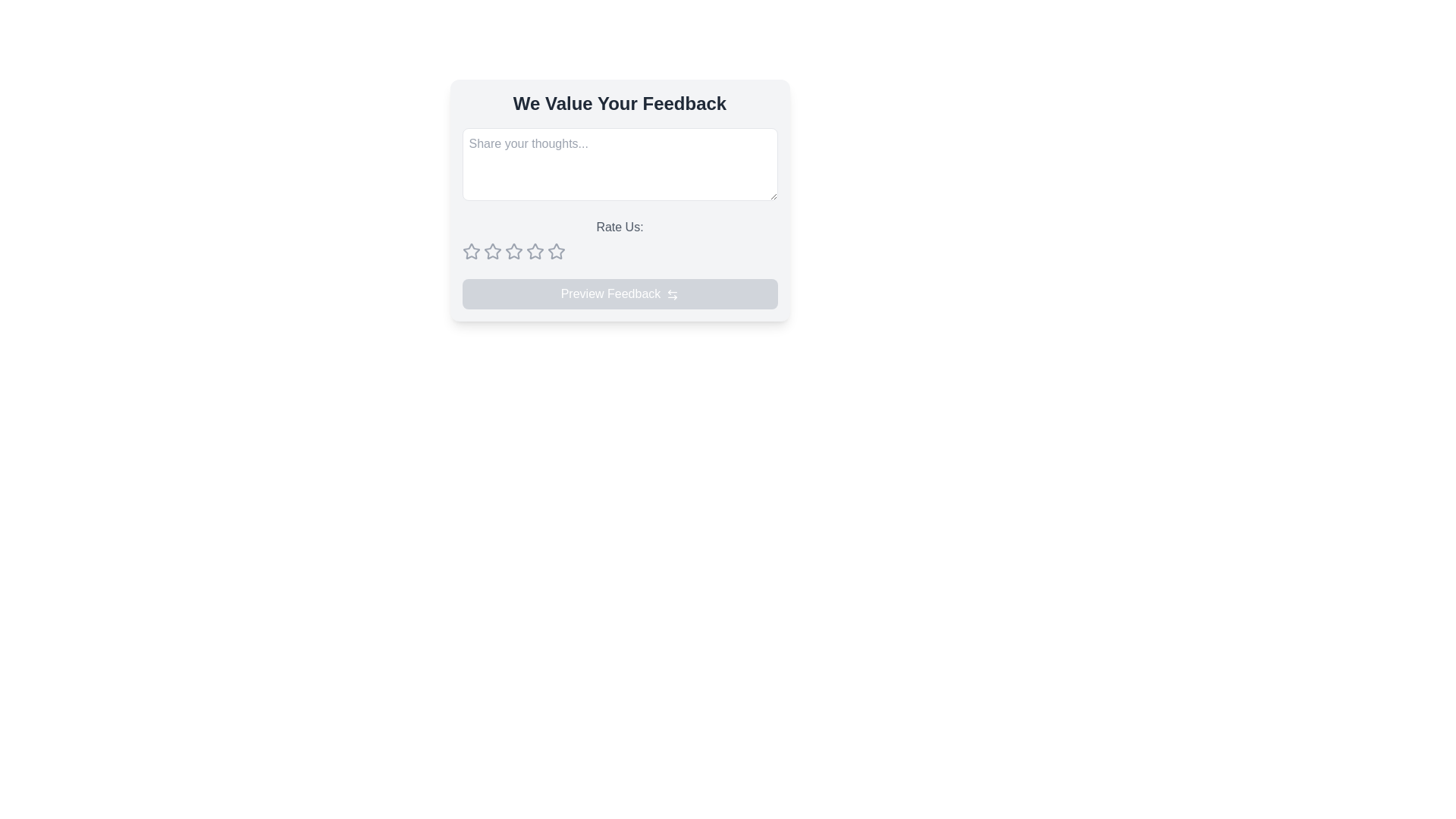  Describe the element at coordinates (620, 227) in the screenshot. I see `the 'Rate Us:' label, which is styled in gray and positioned above the star icons for rating within the feedback form interface` at that location.